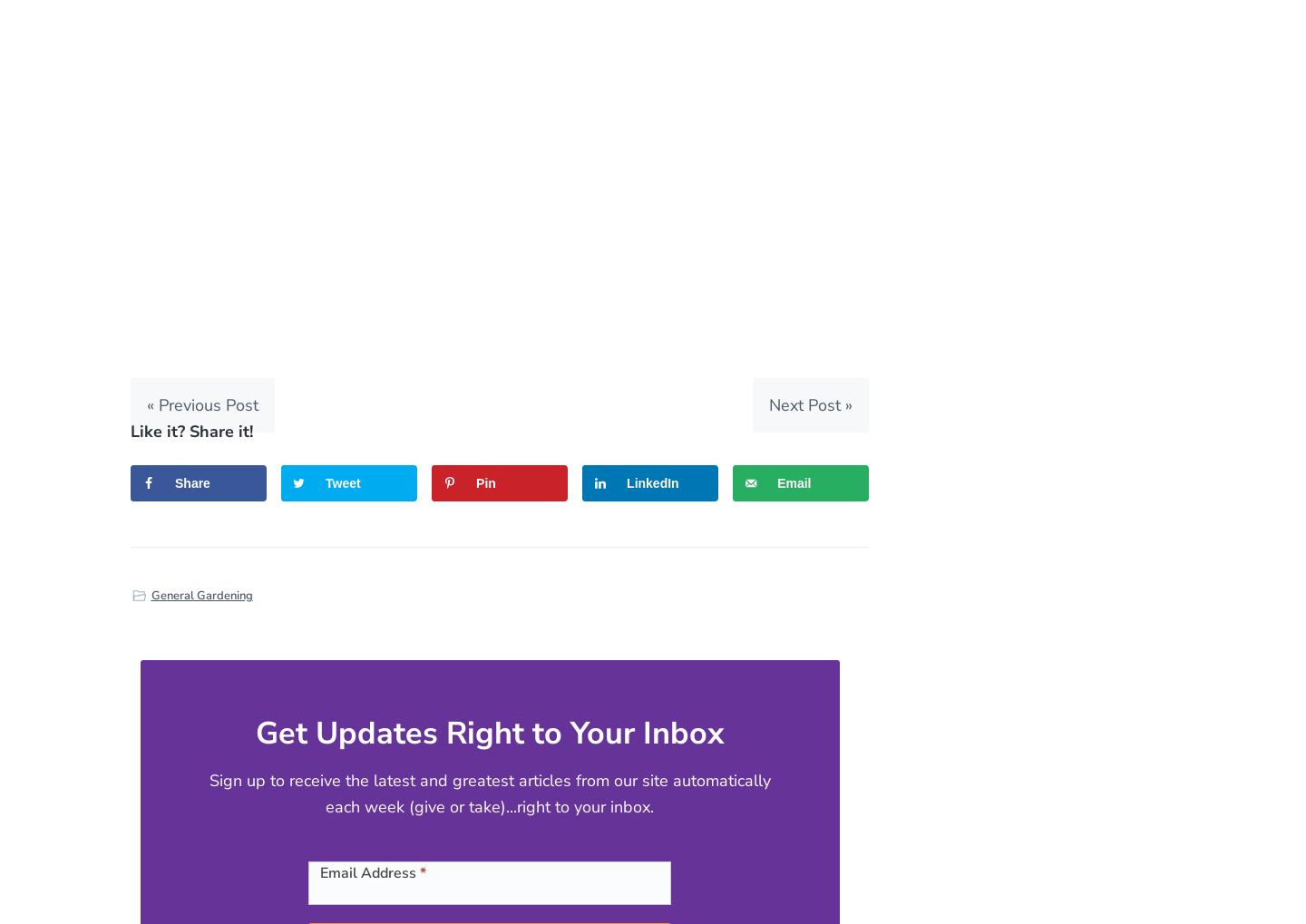 The image size is (1306, 924). Describe the element at coordinates (191, 430) in the screenshot. I see `'Like it? Share it!'` at that location.